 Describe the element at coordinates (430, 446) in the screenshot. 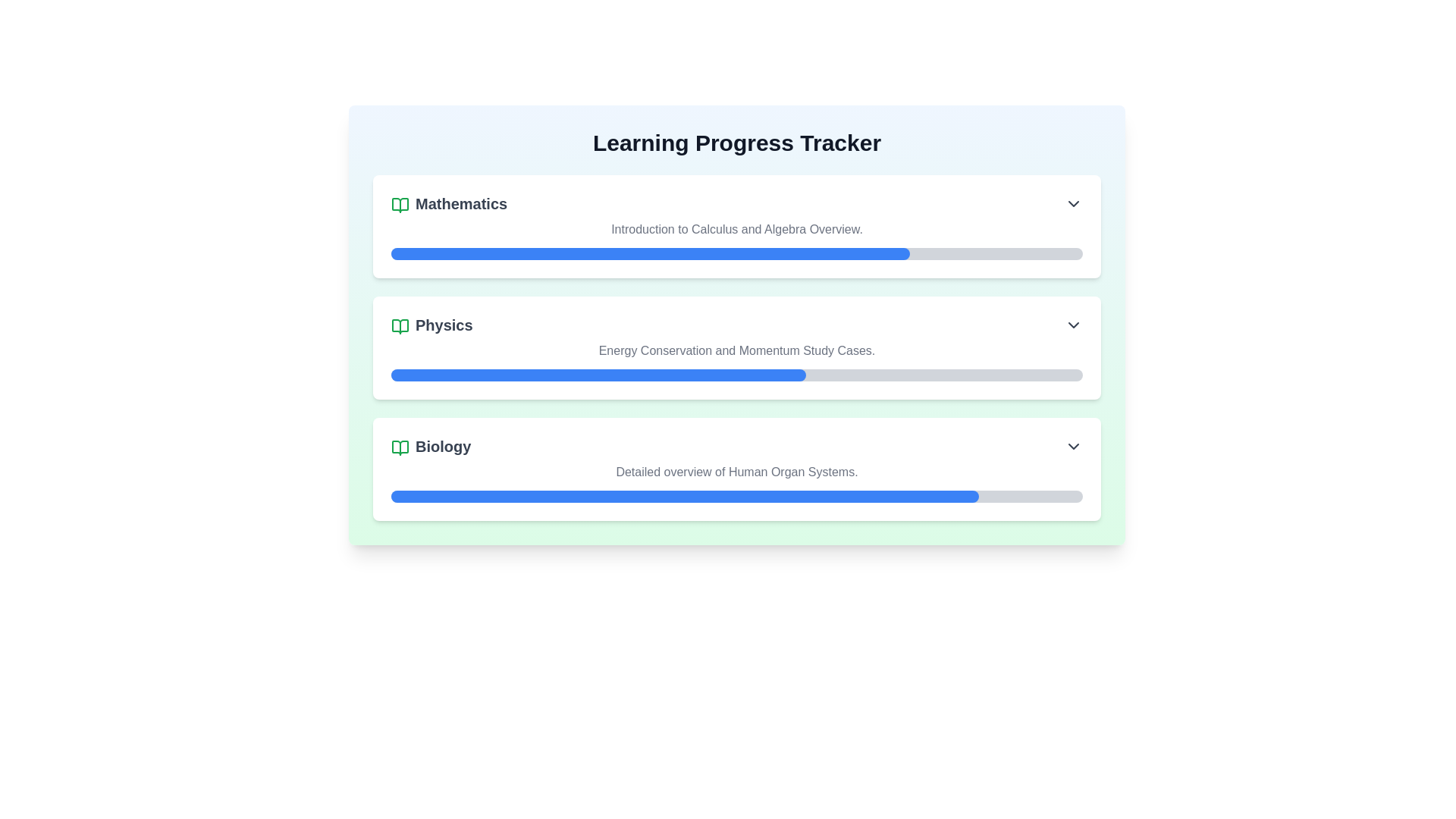

I see `text content of the title header for the 'Biology' section of the 'Learning Progress Tracker', which is bold and located to the right of a green book icon` at that location.